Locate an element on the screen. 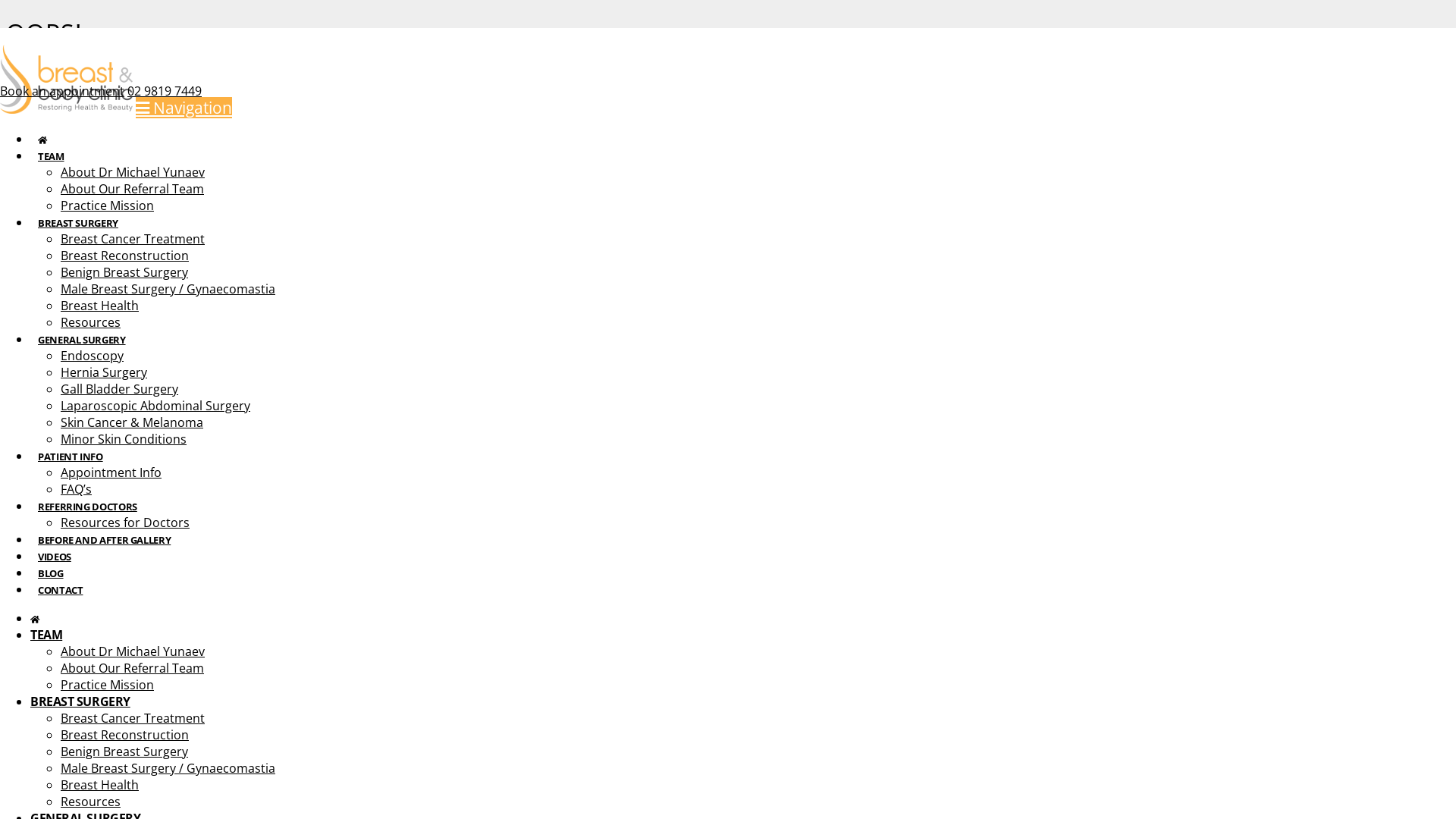 This screenshot has width=1456, height=819. 'BLOG' is located at coordinates (51, 570).